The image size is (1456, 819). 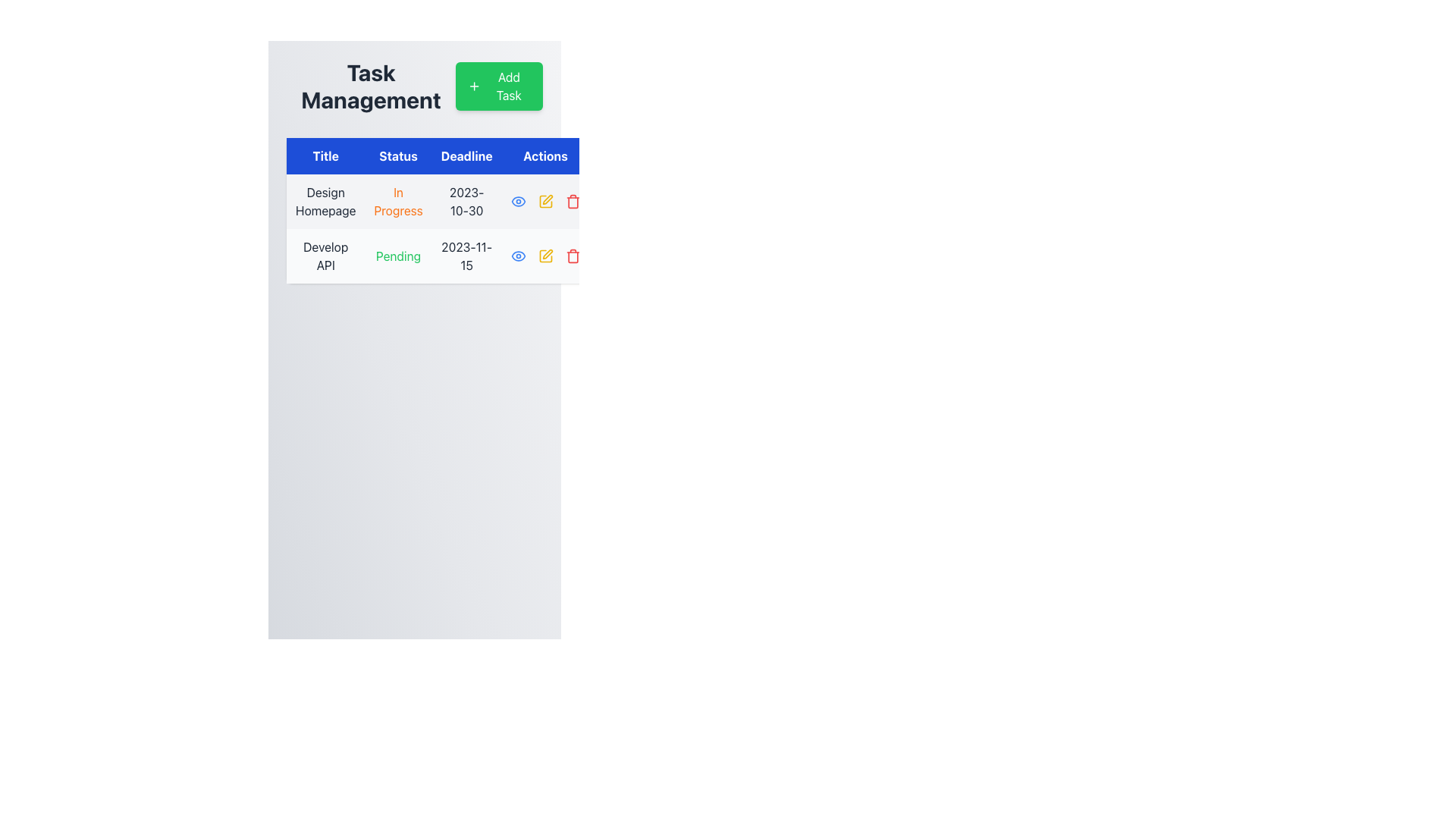 What do you see at coordinates (437, 228) in the screenshot?
I see `the text details of the first row in the task management table, which includes the title, status, deadline, and available actions` at bounding box center [437, 228].